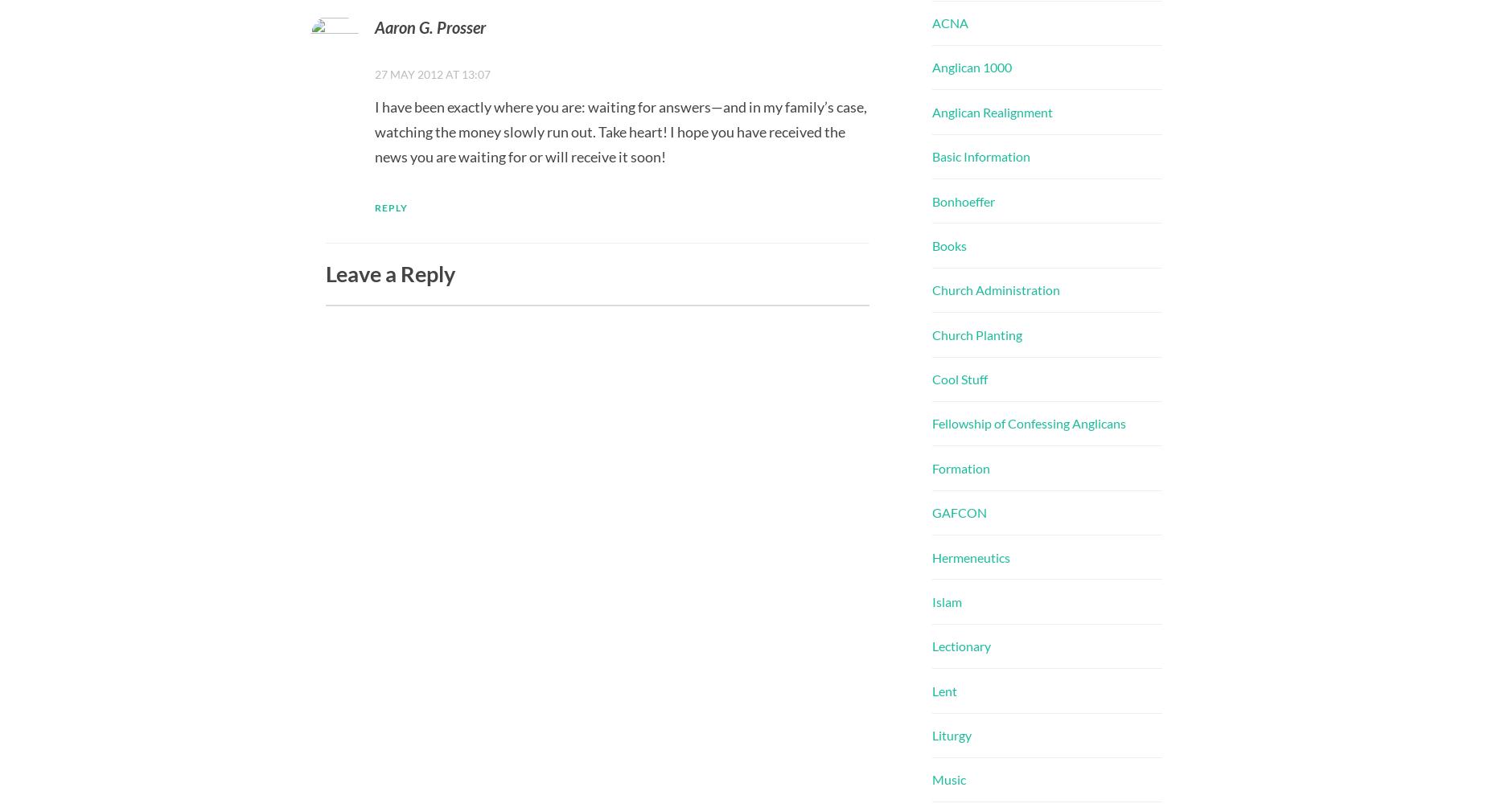 This screenshot has height=812, width=1488. Describe the element at coordinates (971, 66) in the screenshot. I see `'Anglican 1000'` at that location.